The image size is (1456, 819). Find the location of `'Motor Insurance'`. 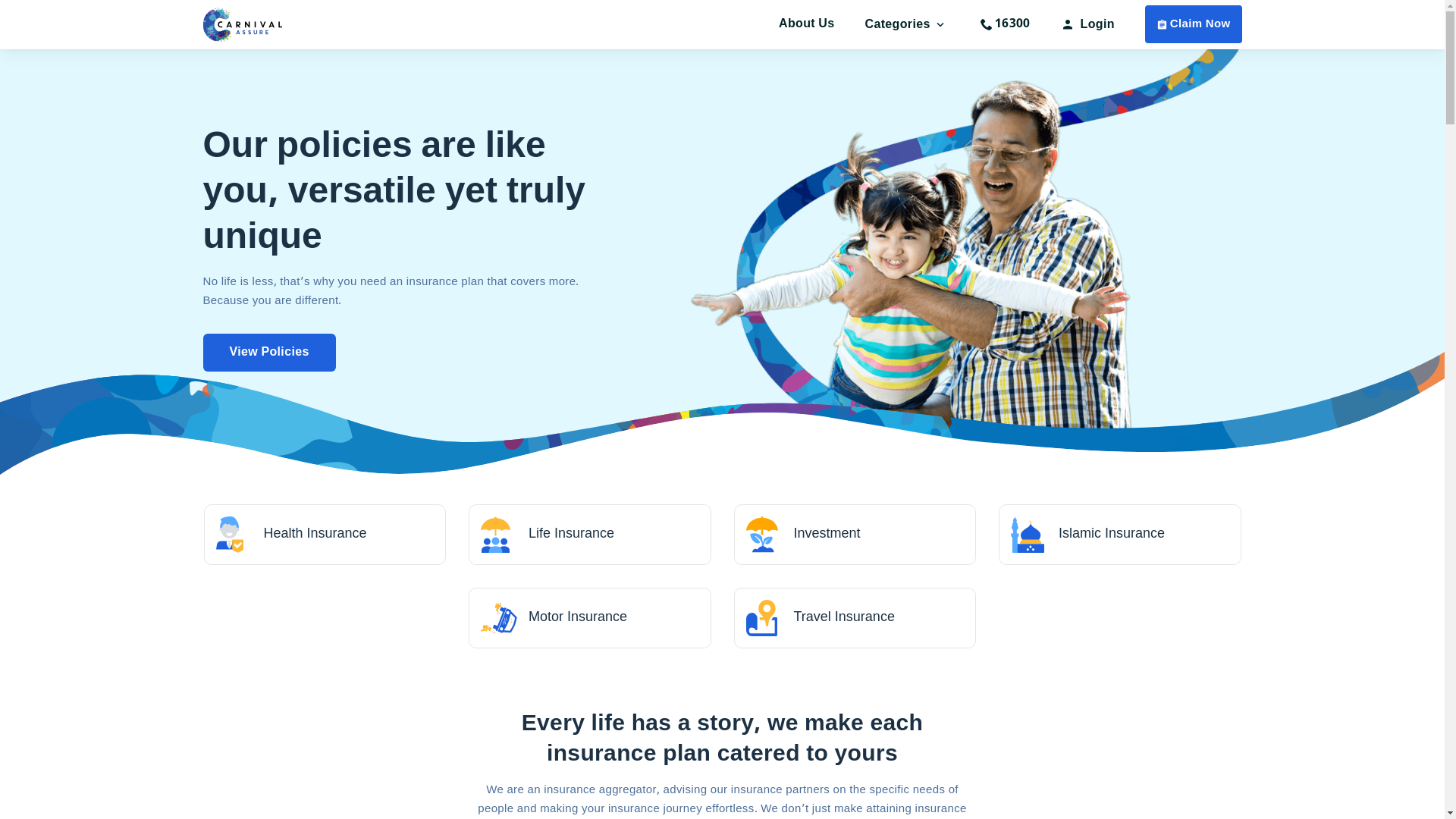

'Motor Insurance' is located at coordinates (588, 617).